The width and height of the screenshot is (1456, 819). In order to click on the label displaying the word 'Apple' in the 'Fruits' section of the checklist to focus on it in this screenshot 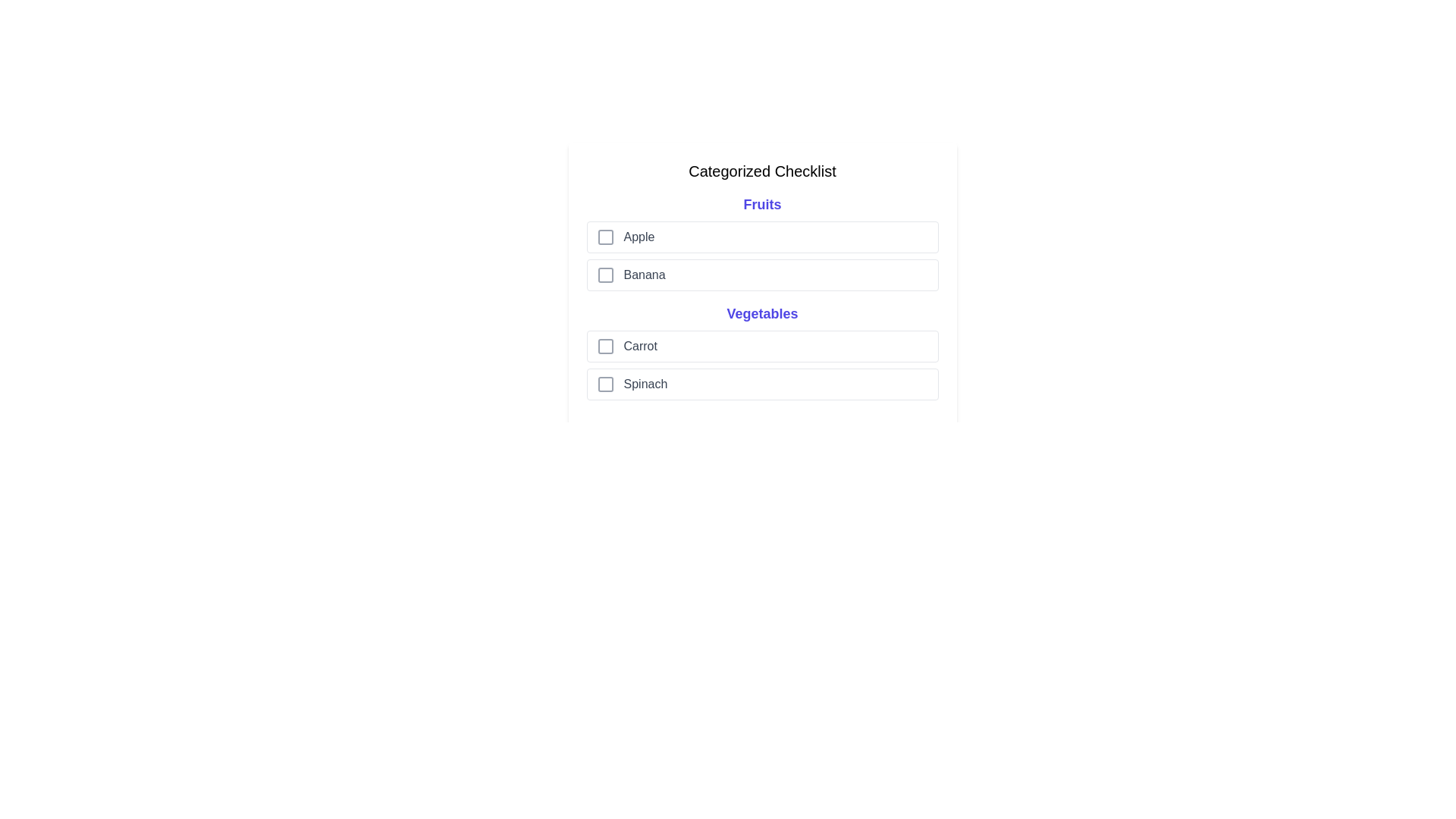, I will do `click(639, 237)`.